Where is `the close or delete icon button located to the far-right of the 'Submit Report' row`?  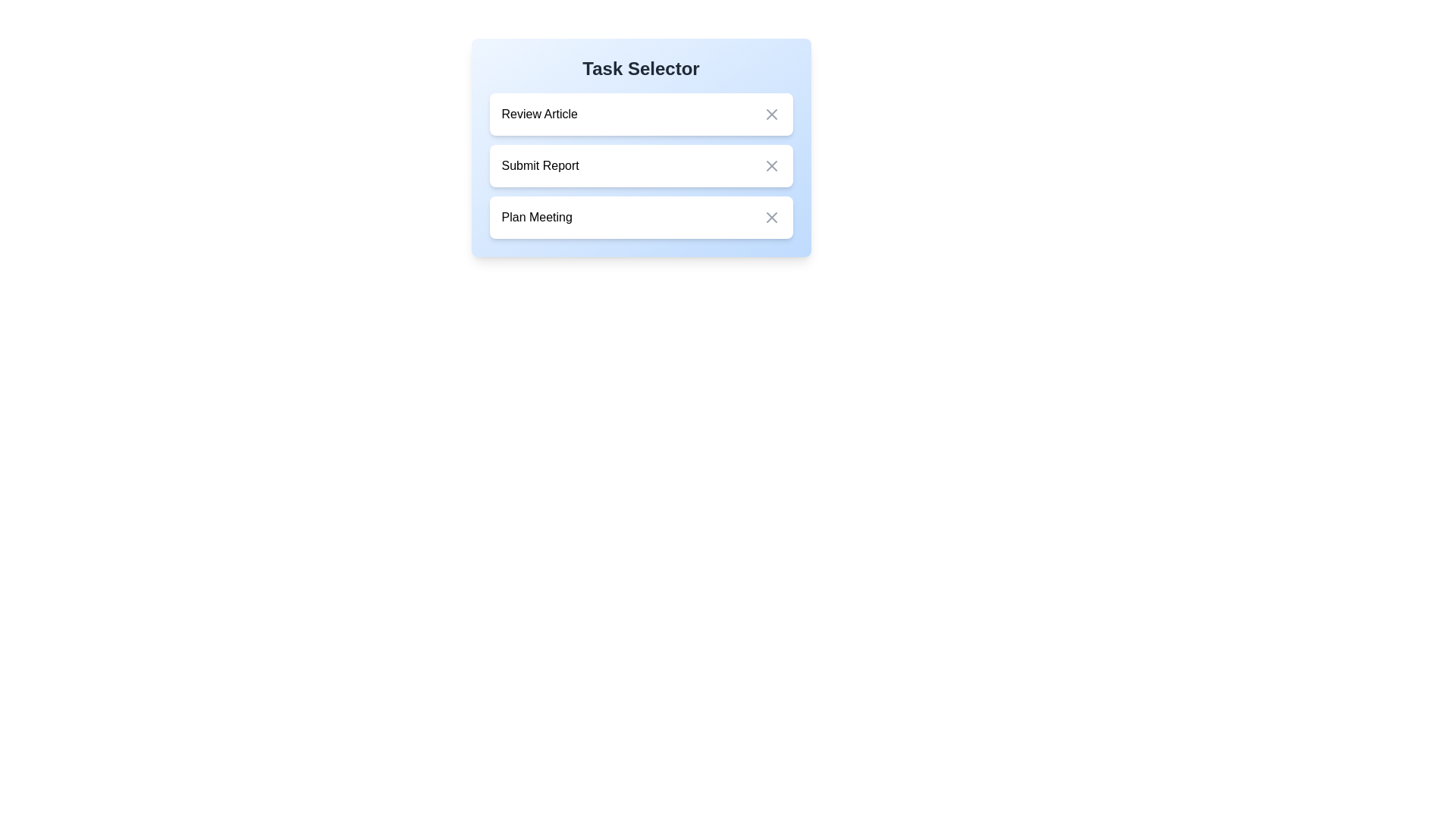
the close or delete icon button located to the far-right of the 'Submit Report' row is located at coordinates (771, 166).